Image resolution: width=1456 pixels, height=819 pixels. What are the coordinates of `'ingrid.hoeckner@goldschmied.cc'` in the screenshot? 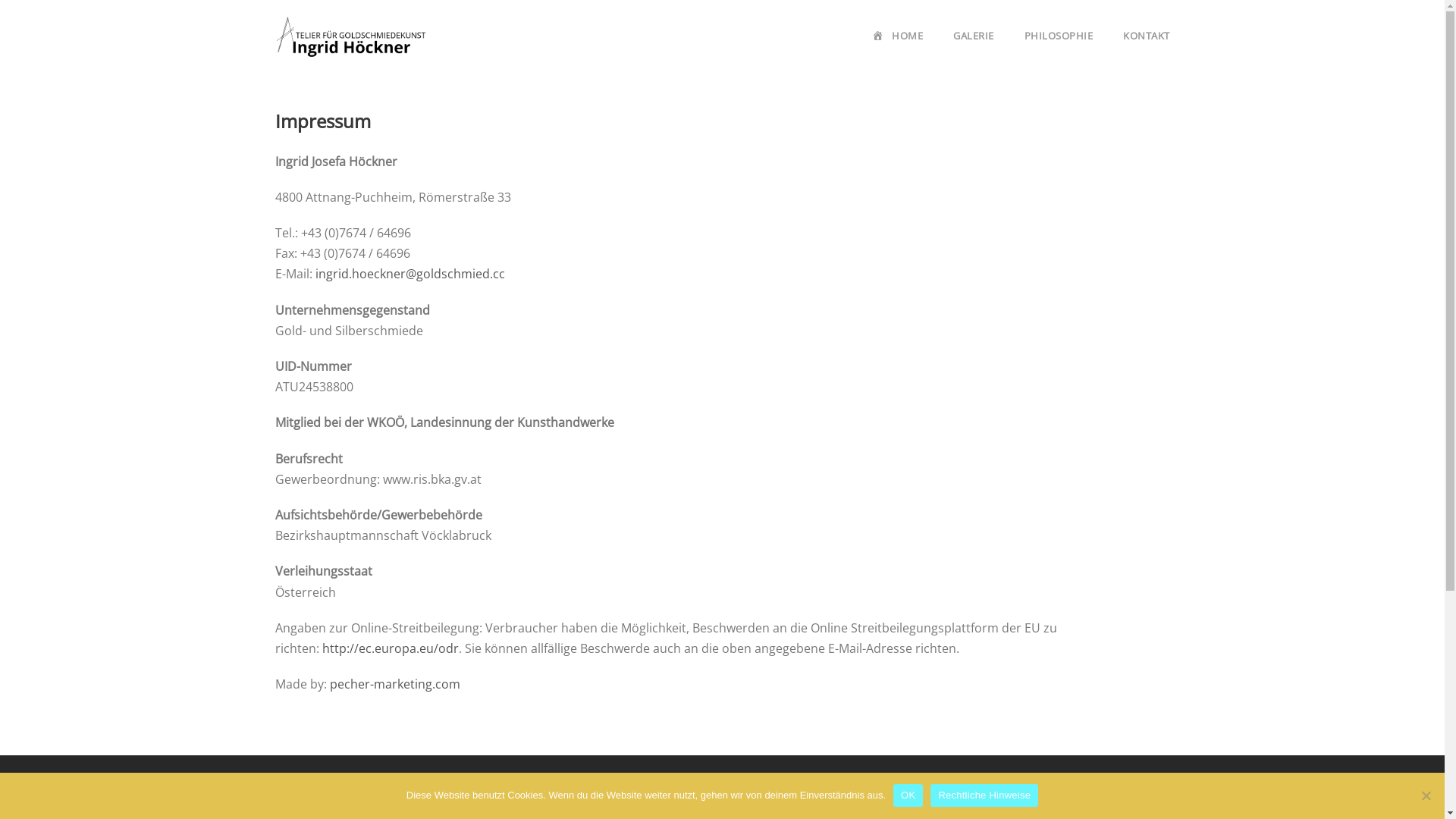 It's located at (410, 274).